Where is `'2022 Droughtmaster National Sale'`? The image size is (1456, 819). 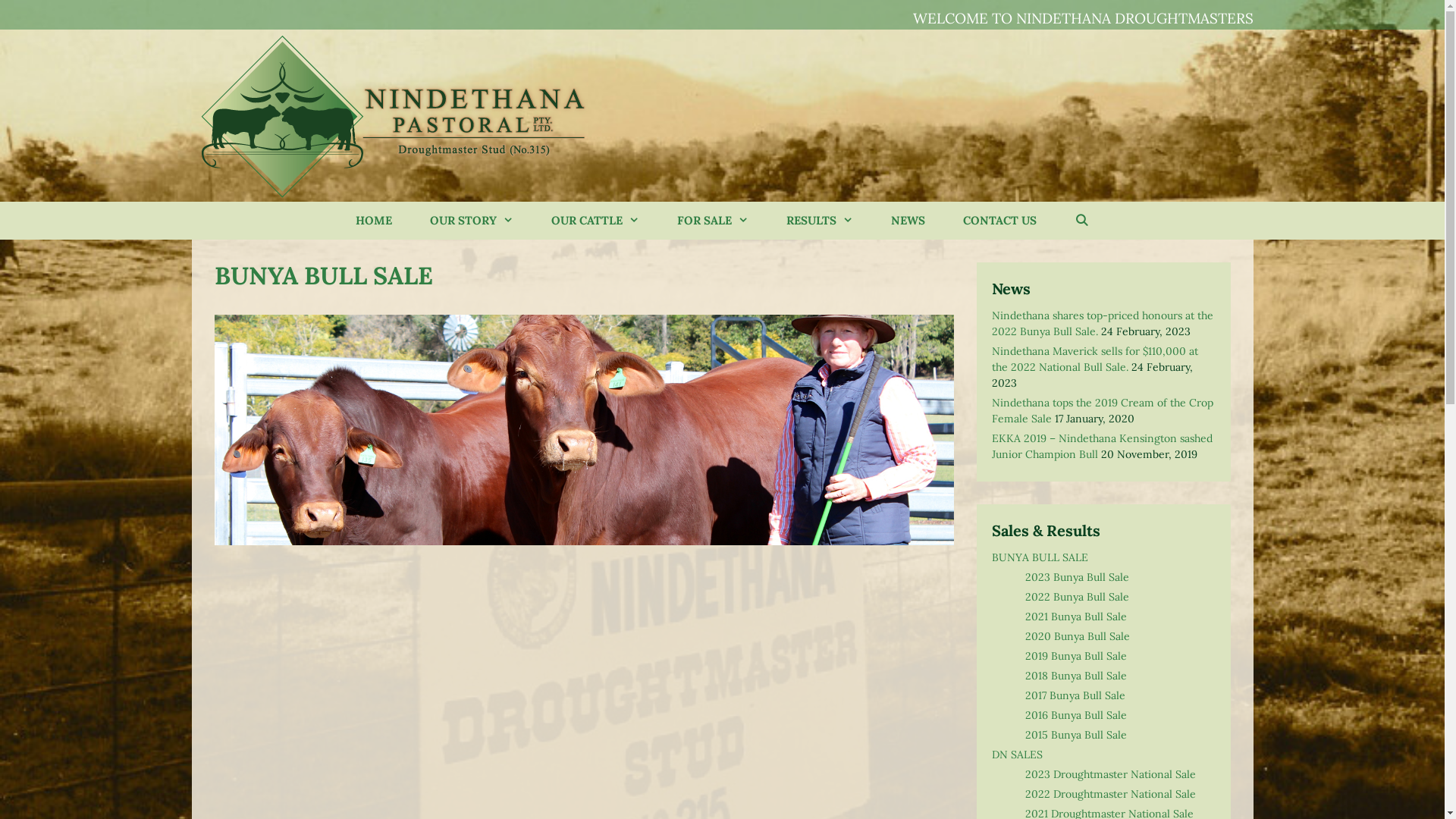
'2022 Droughtmaster National Sale' is located at coordinates (1110, 792).